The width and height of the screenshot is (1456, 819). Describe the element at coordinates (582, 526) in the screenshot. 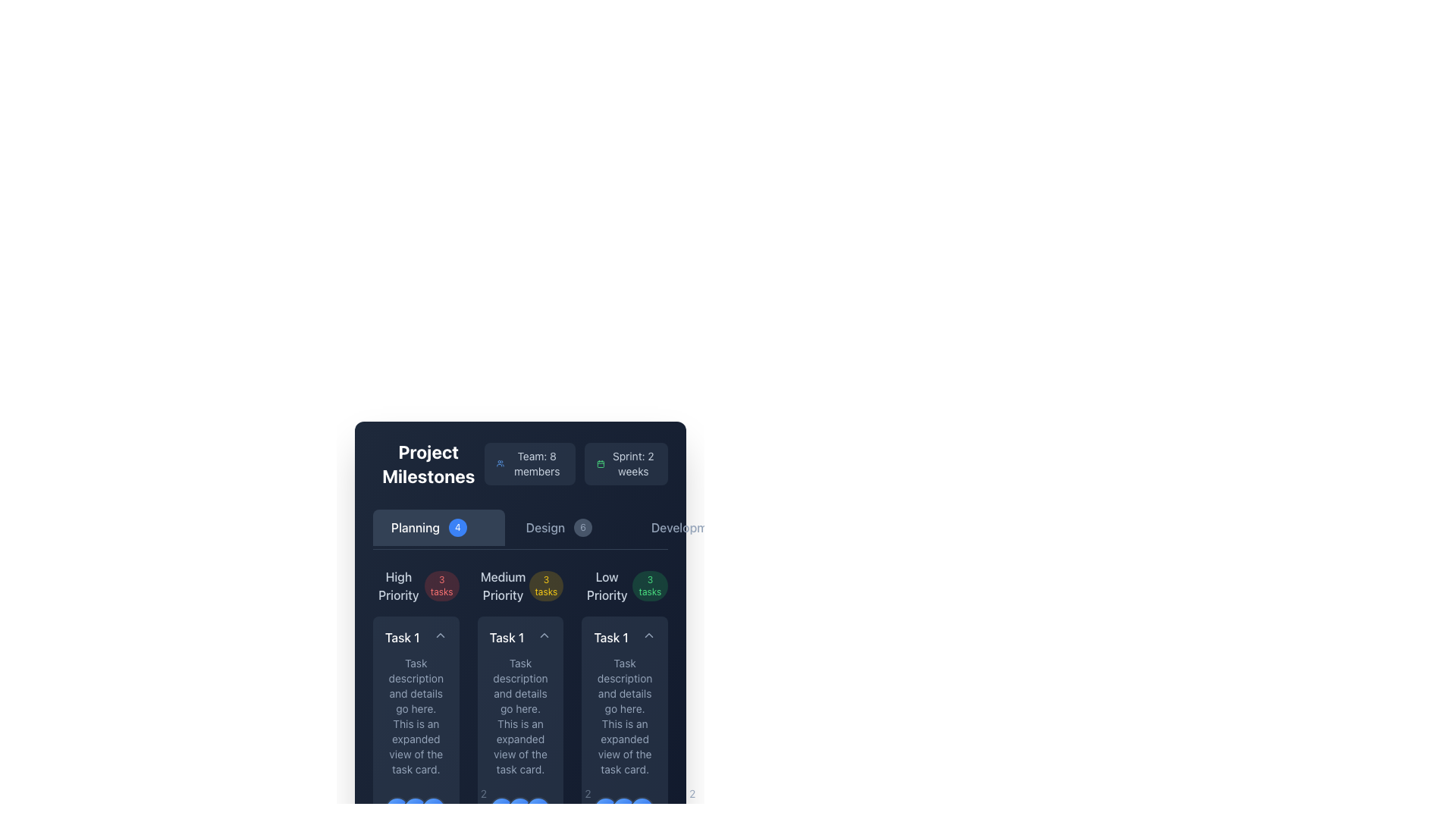

I see `the Badge element that represents a count or status indicator associated with the 'Design' label in the user interface` at that location.